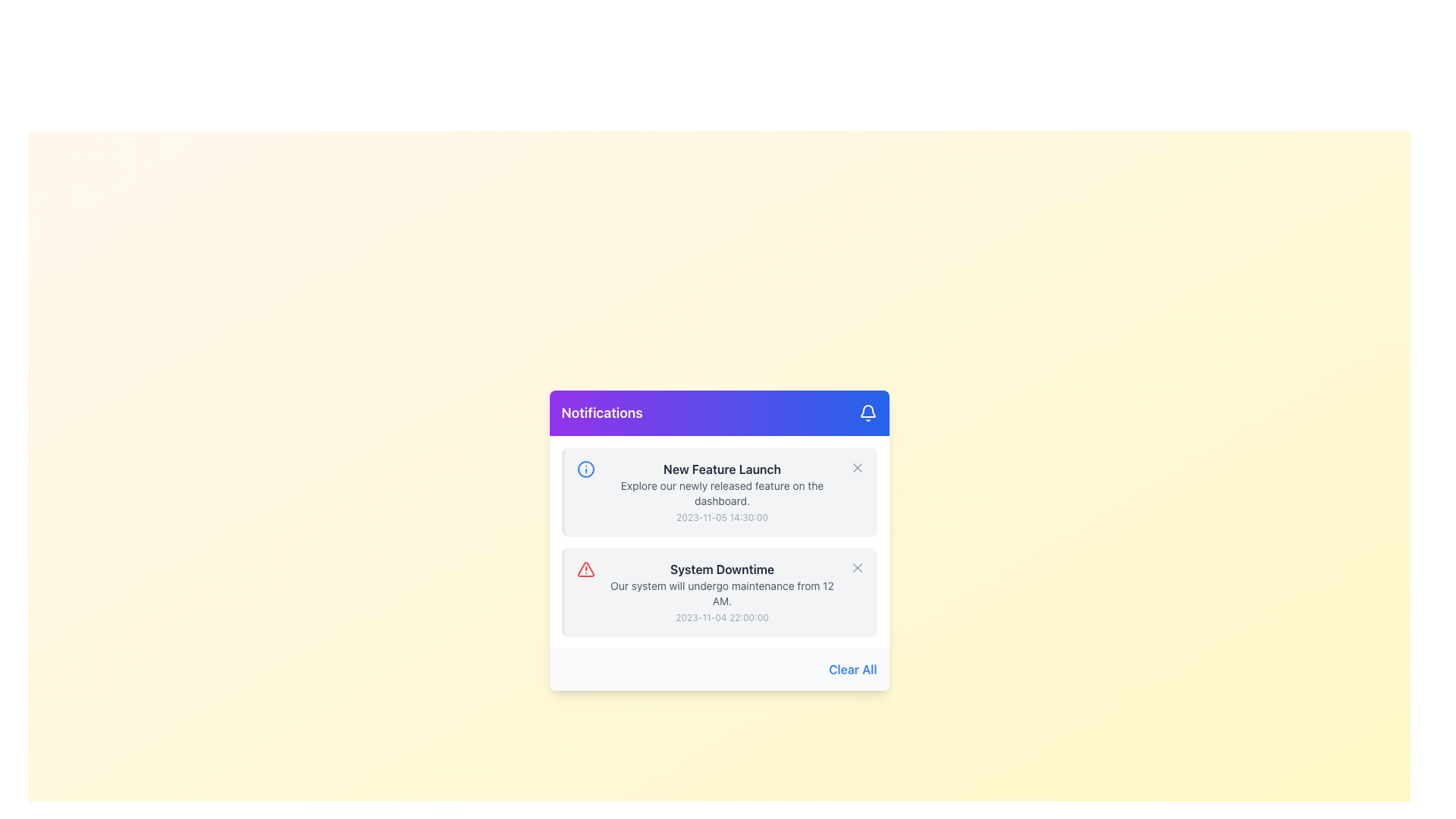 The width and height of the screenshot is (1456, 819). Describe the element at coordinates (721, 494) in the screenshot. I see `the text element stating 'Explore our newly released feature on the dashboard' which is located in a notification card beneath the title 'New Feature Launch'` at that location.